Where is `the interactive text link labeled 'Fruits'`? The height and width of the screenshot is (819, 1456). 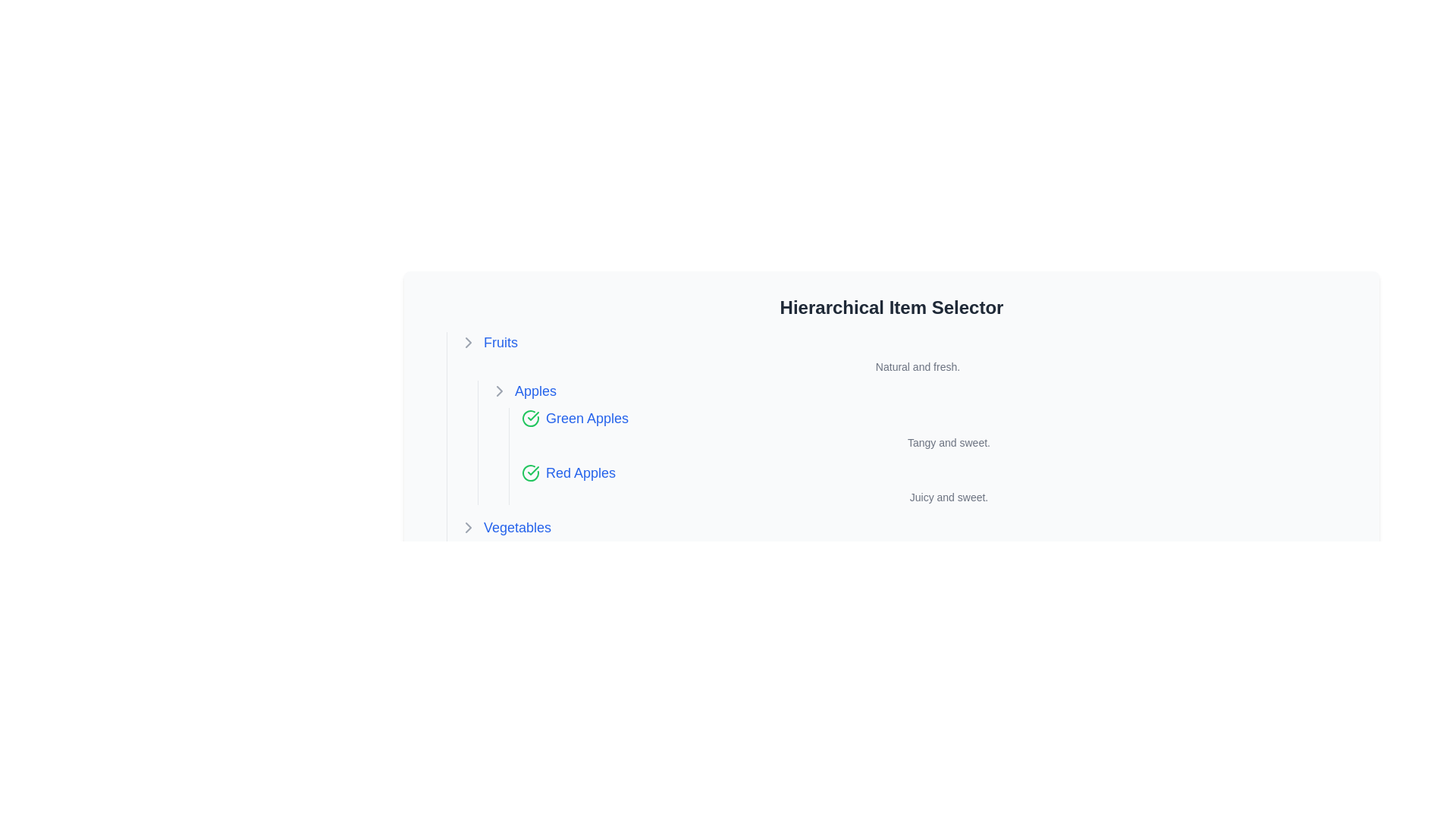 the interactive text link labeled 'Fruits' is located at coordinates (500, 342).